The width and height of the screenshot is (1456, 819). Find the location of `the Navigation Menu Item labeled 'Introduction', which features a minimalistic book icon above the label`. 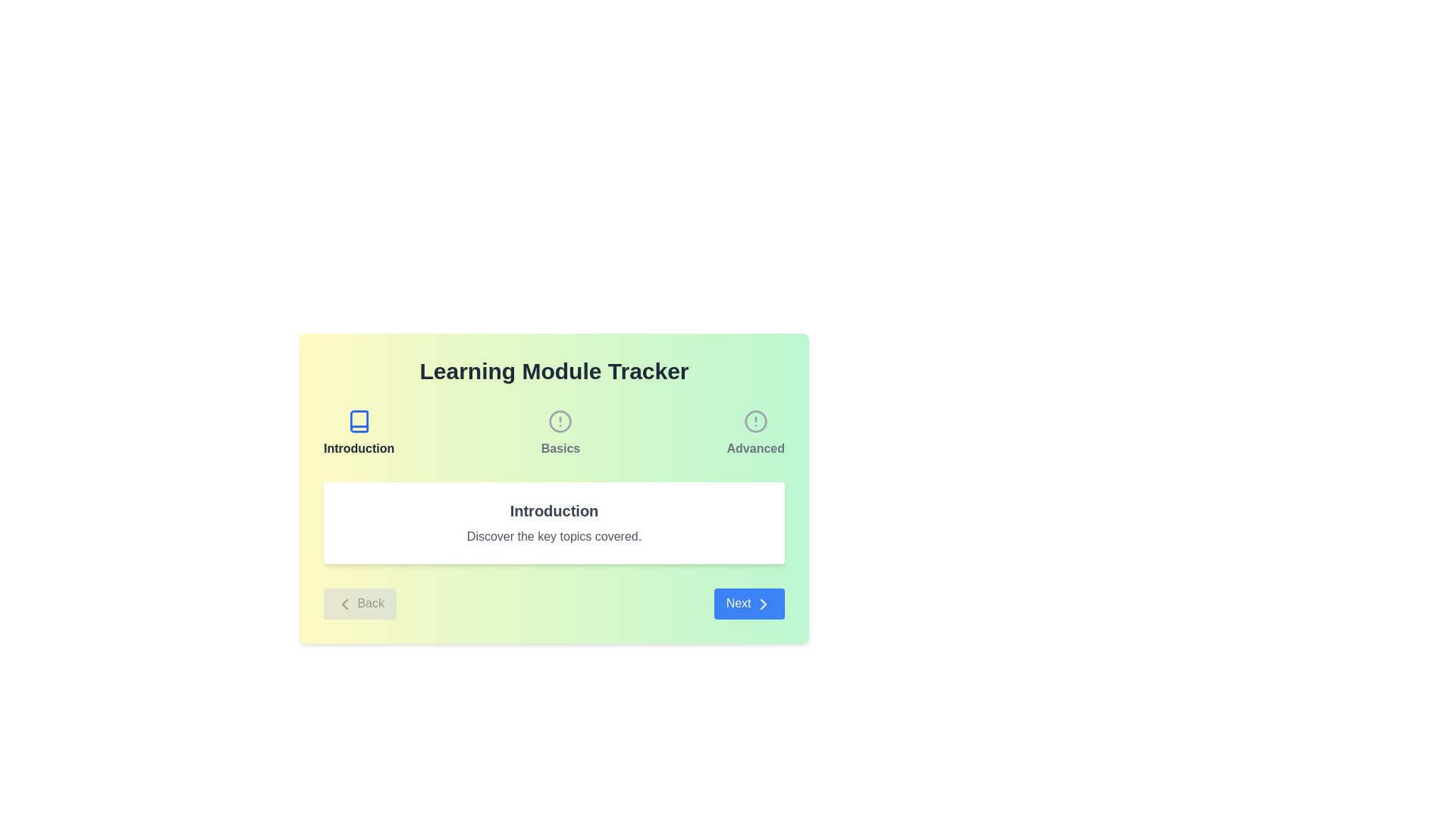

the Navigation Menu Item labeled 'Introduction', which features a minimalistic book icon above the label is located at coordinates (358, 433).